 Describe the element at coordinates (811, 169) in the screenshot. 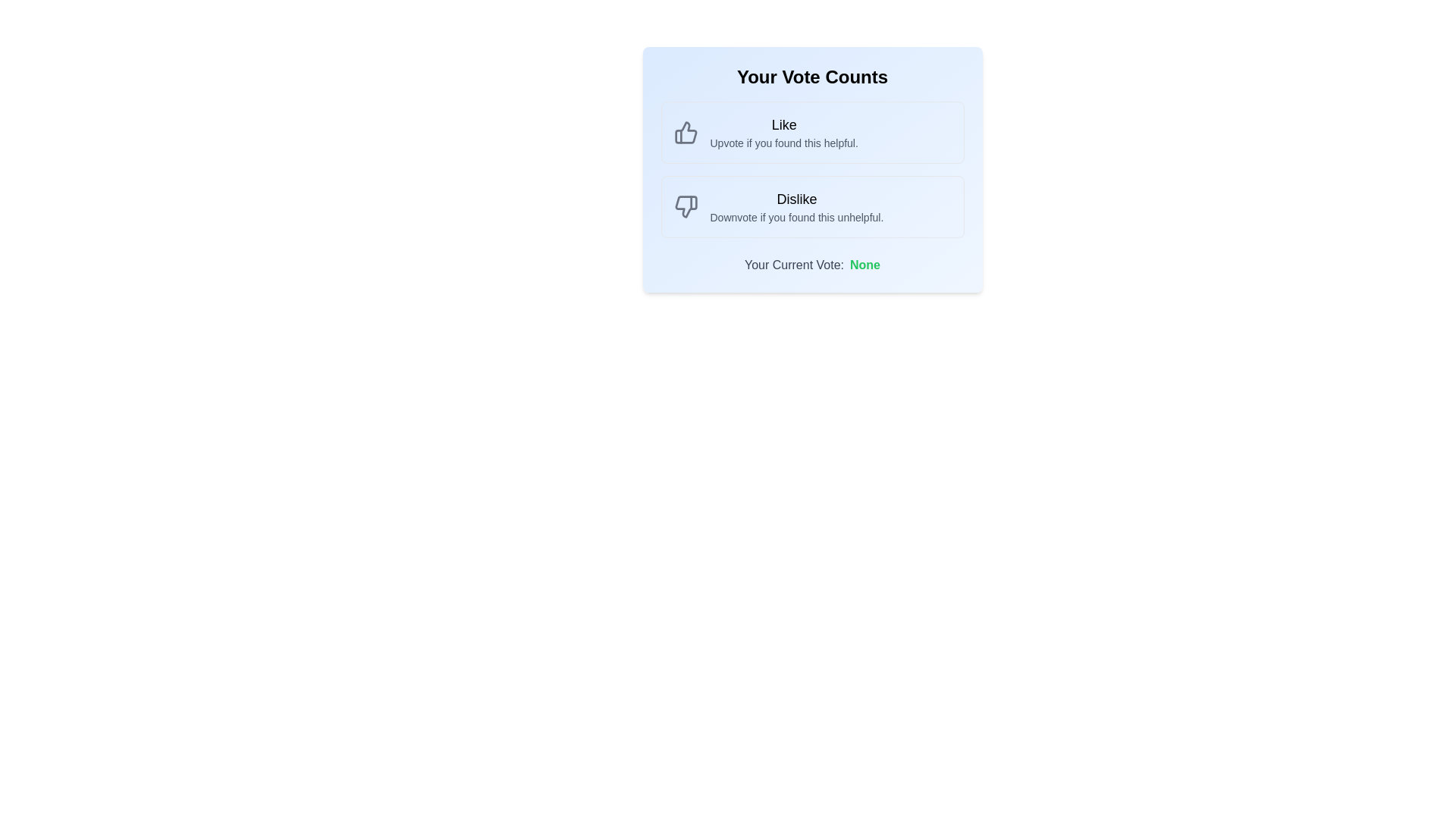

I see `the 'Dislike' section of the Feedback Component to downvote content, which is prominently positioned above the bottom margin of the interface` at that location.